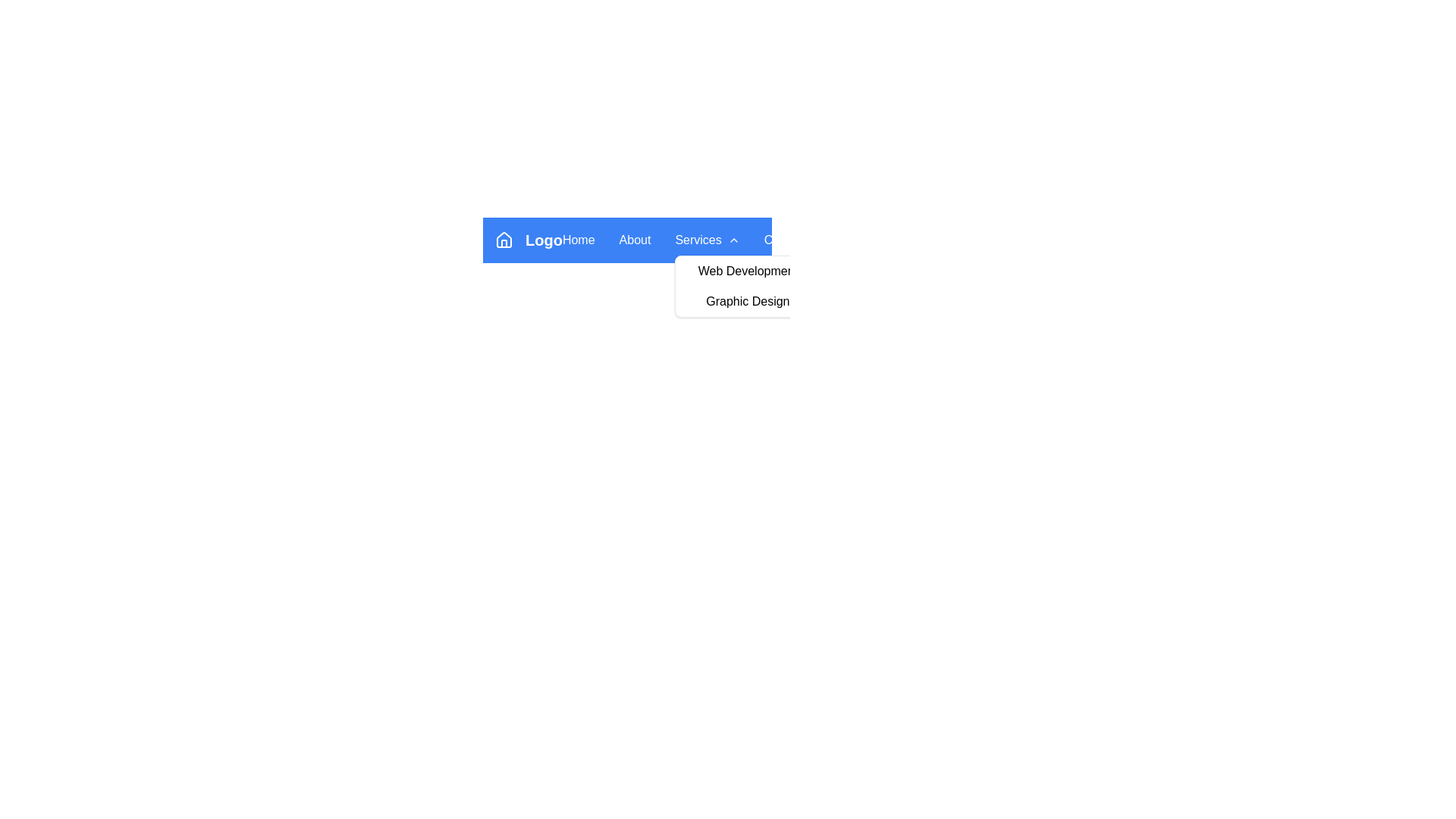  What do you see at coordinates (748, 287) in the screenshot?
I see `the Dropdown menu located below the 'Services' menu option in the navigation bar` at bounding box center [748, 287].